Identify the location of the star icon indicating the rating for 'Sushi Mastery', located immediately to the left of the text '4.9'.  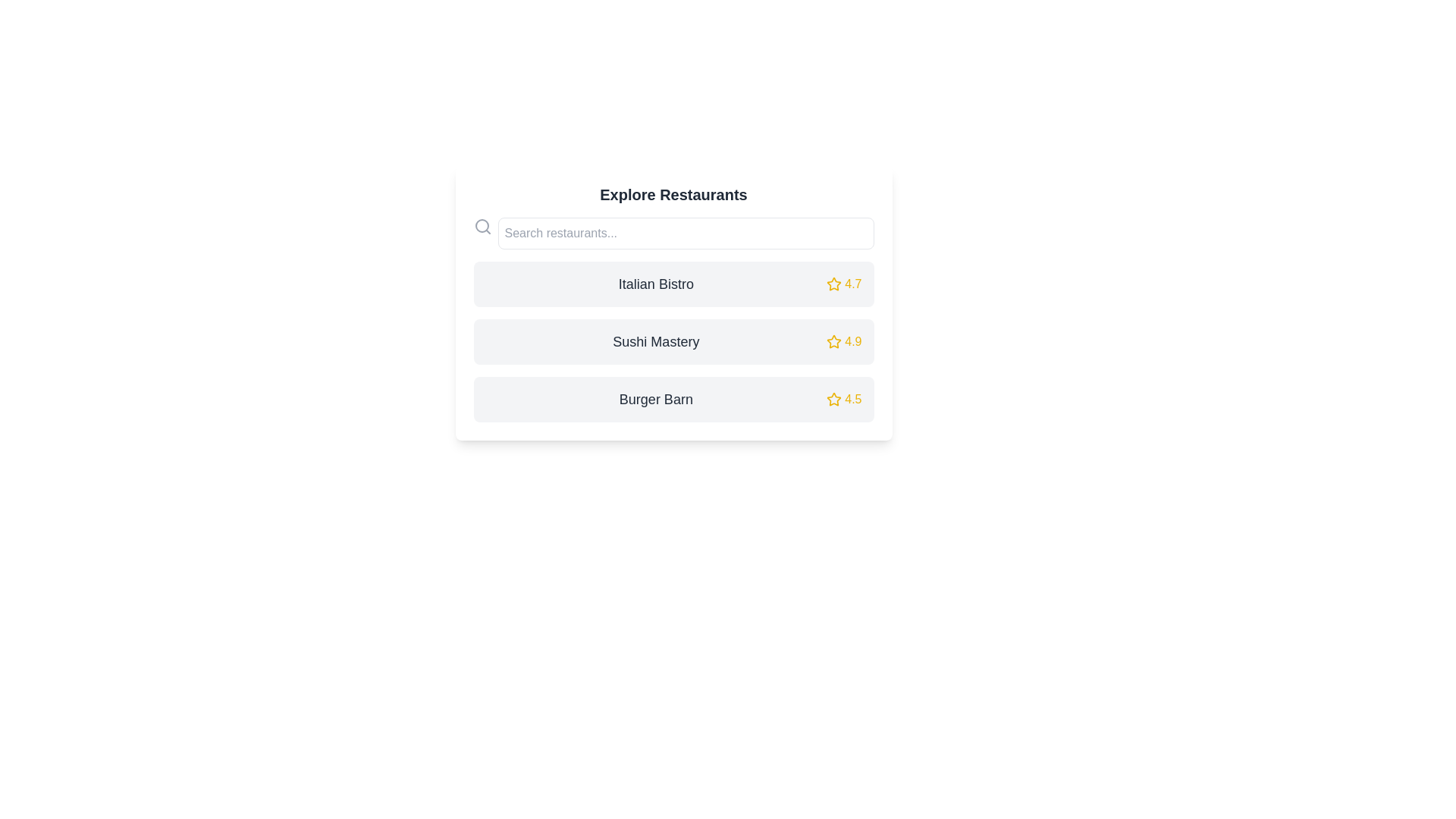
(833, 342).